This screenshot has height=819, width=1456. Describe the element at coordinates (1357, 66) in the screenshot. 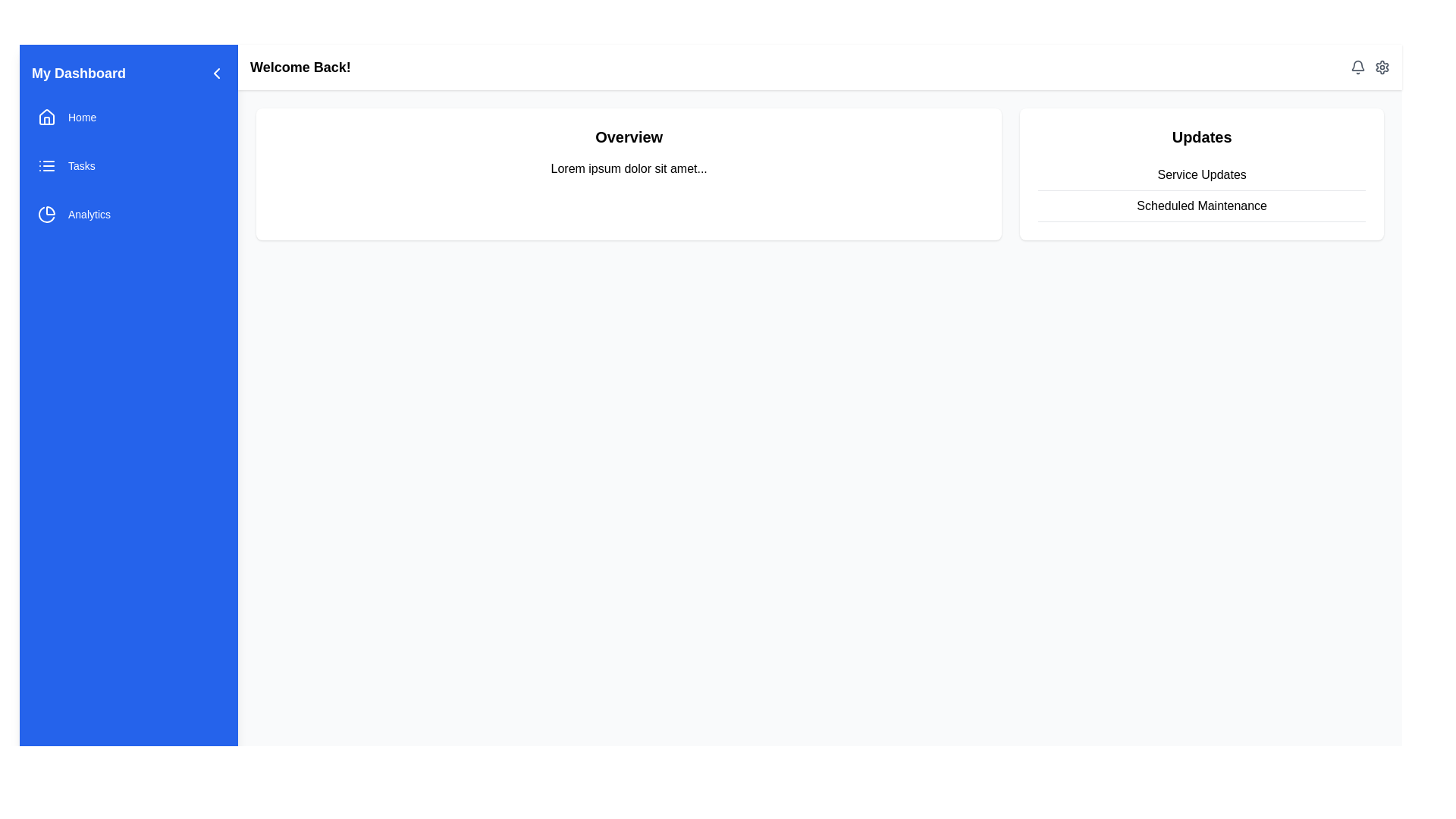

I see `the bell icon located at the top-right corner of the user interface` at that location.